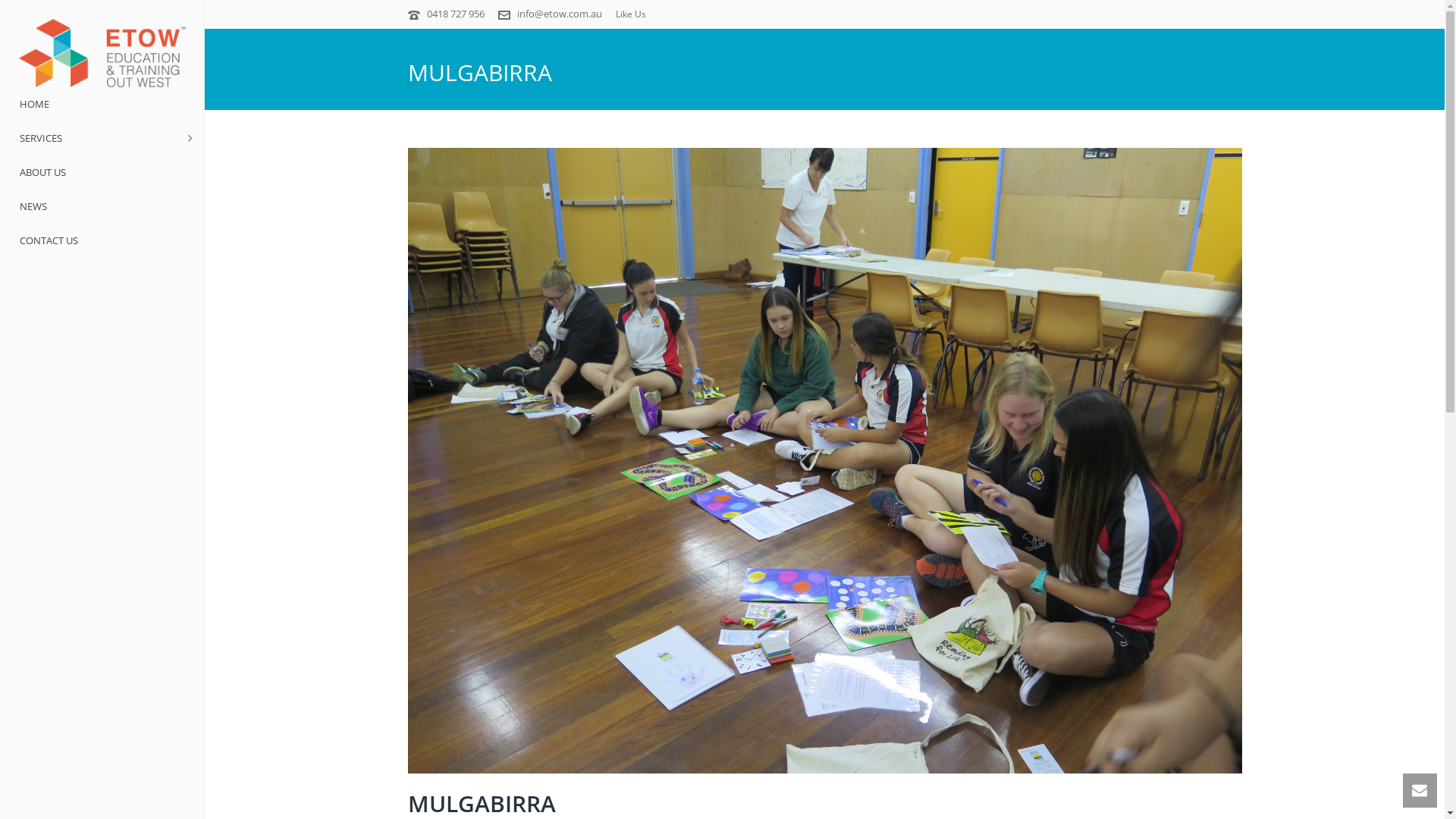 The image size is (1456, 819). What do you see at coordinates (101, 240) in the screenshot?
I see `'CONTACT US'` at bounding box center [101, 240].